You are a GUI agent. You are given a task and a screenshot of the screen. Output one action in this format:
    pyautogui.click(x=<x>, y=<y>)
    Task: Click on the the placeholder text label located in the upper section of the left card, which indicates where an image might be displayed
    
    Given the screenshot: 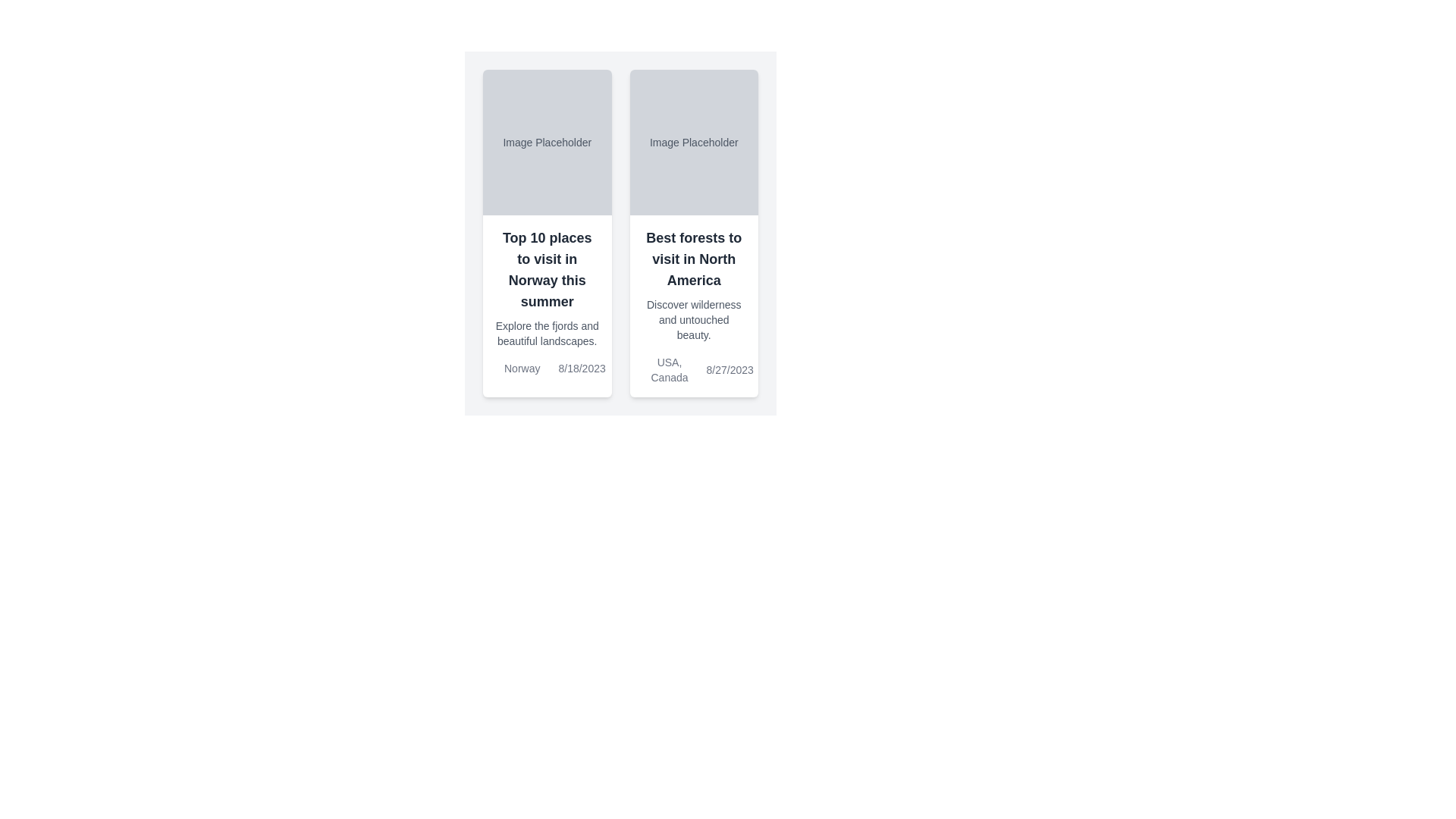 What is the action you would take?
    pyautogui.click(x=546, y=143)
    